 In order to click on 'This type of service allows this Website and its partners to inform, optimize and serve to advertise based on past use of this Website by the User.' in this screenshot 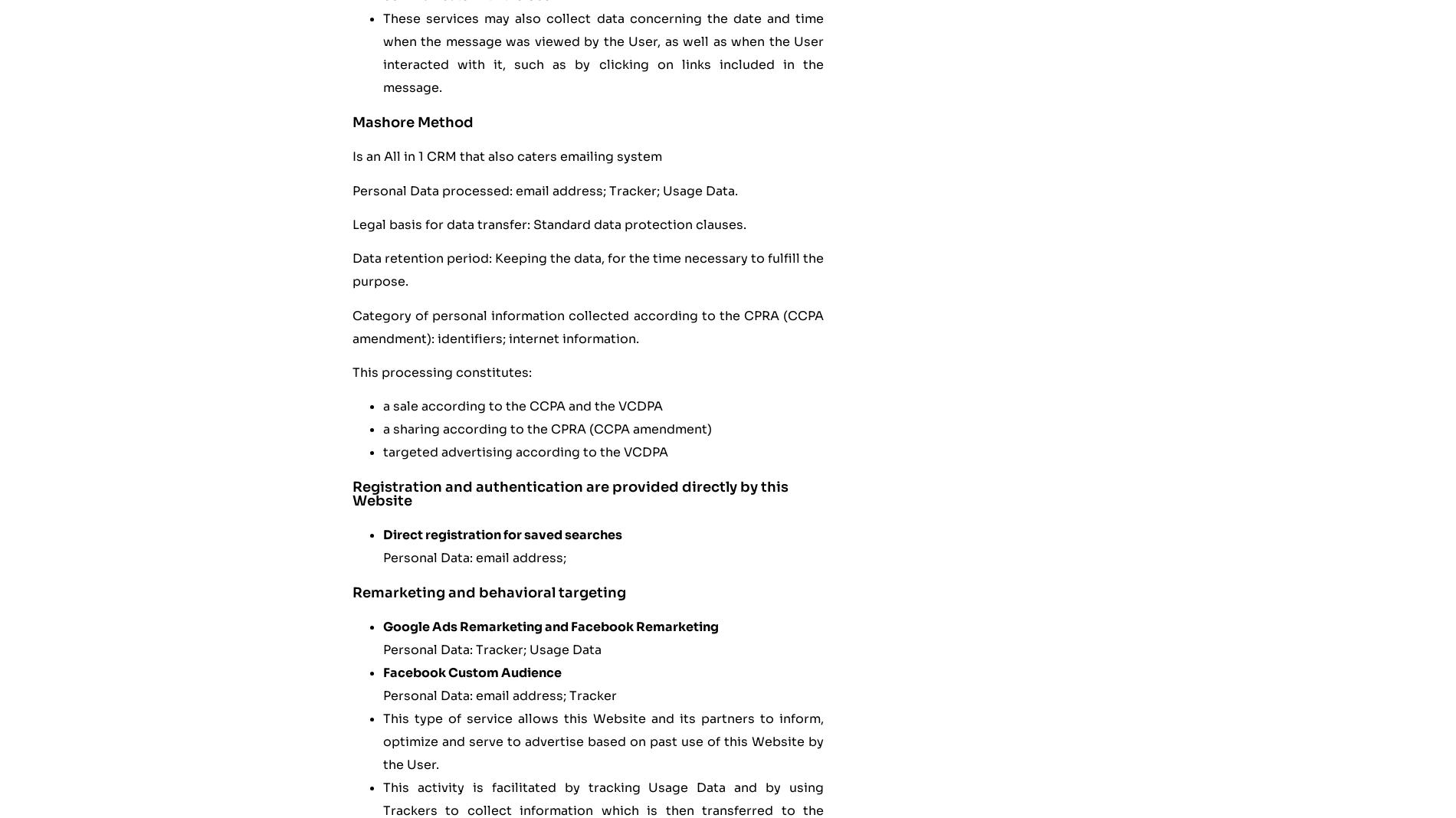, I will do `click(602, 741)`.